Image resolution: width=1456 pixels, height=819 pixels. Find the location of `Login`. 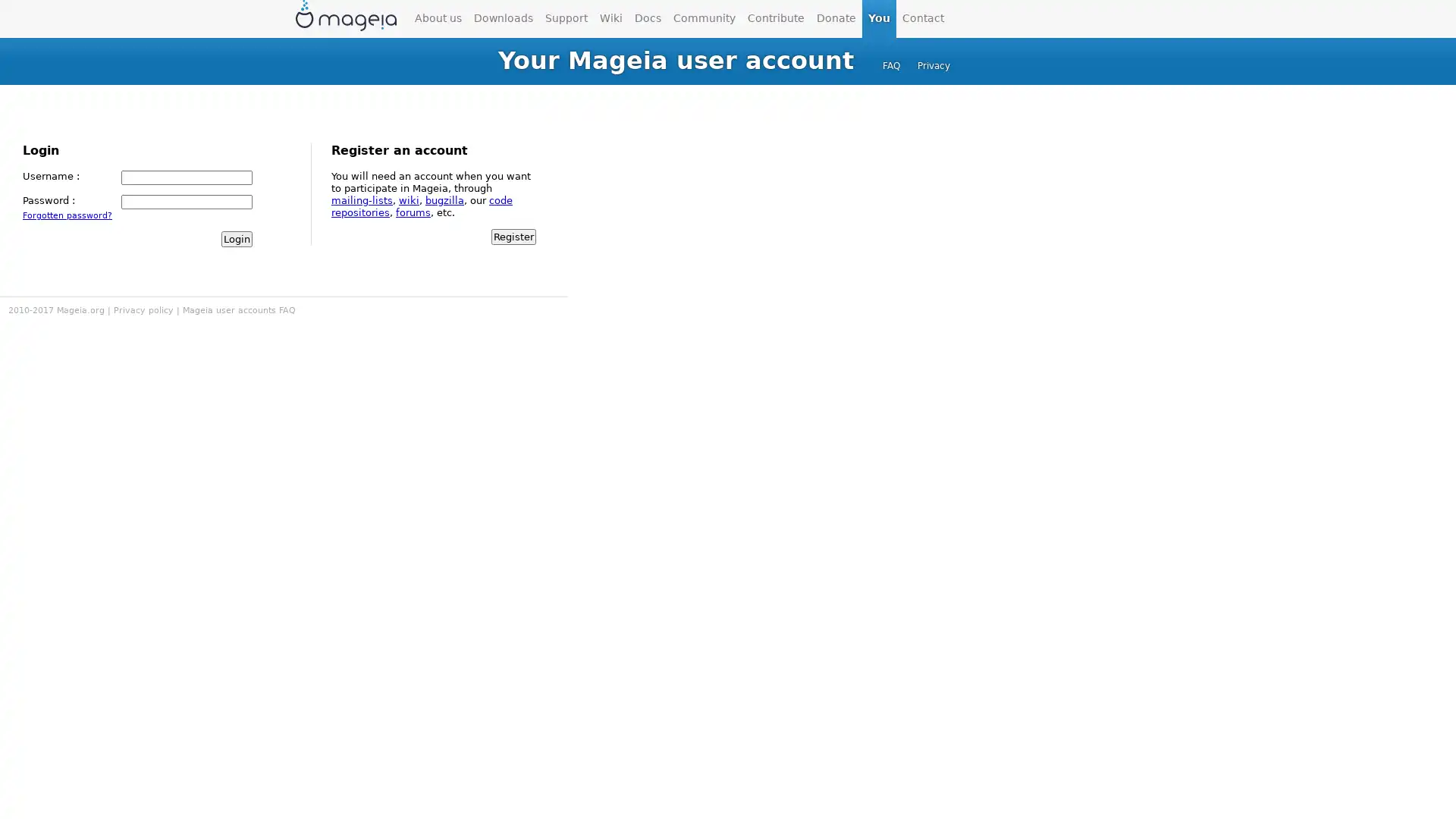

Login is located at coordinates (236, 238).